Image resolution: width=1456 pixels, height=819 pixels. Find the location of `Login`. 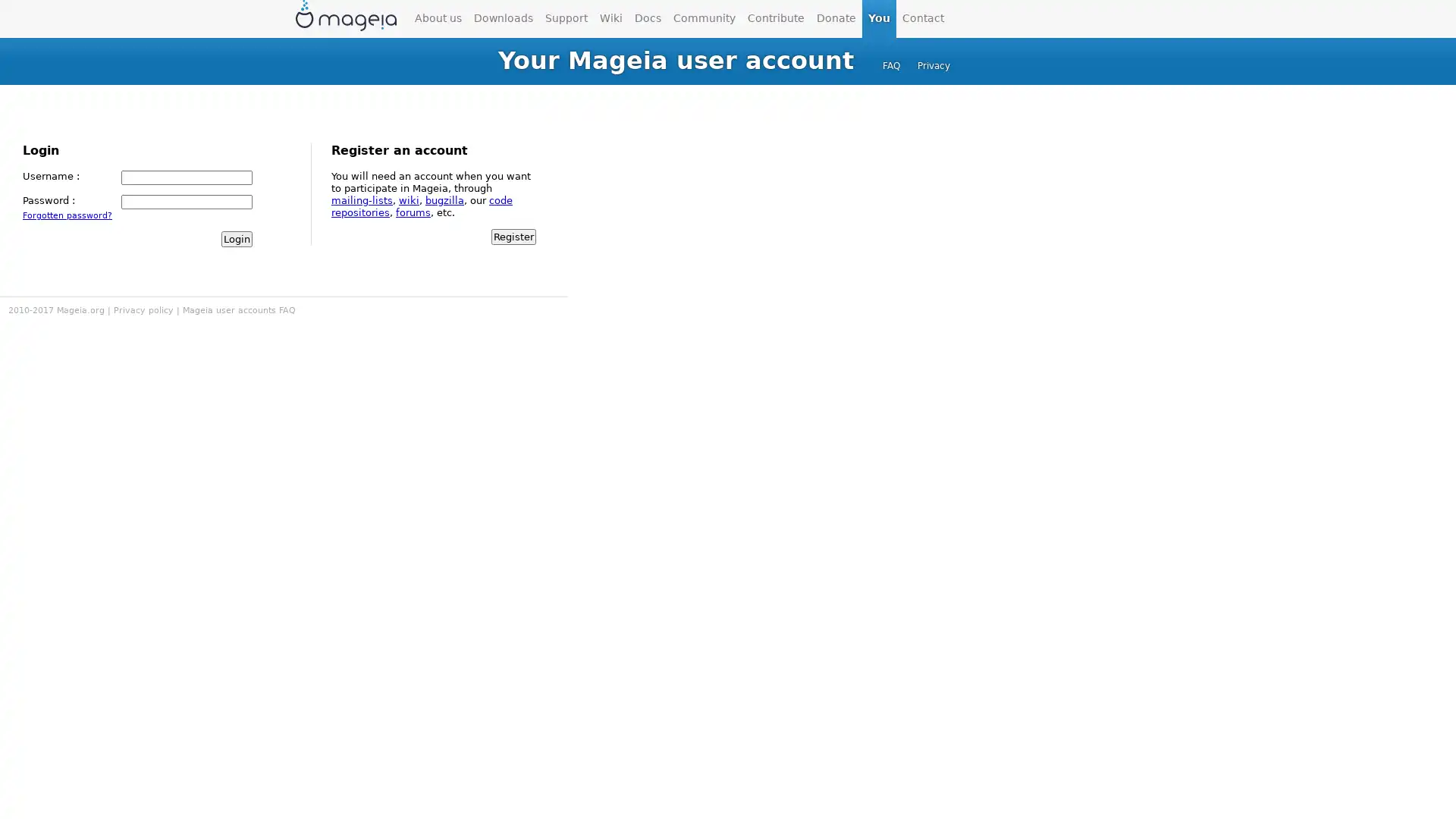

Login is located at coordinates (236, 238).